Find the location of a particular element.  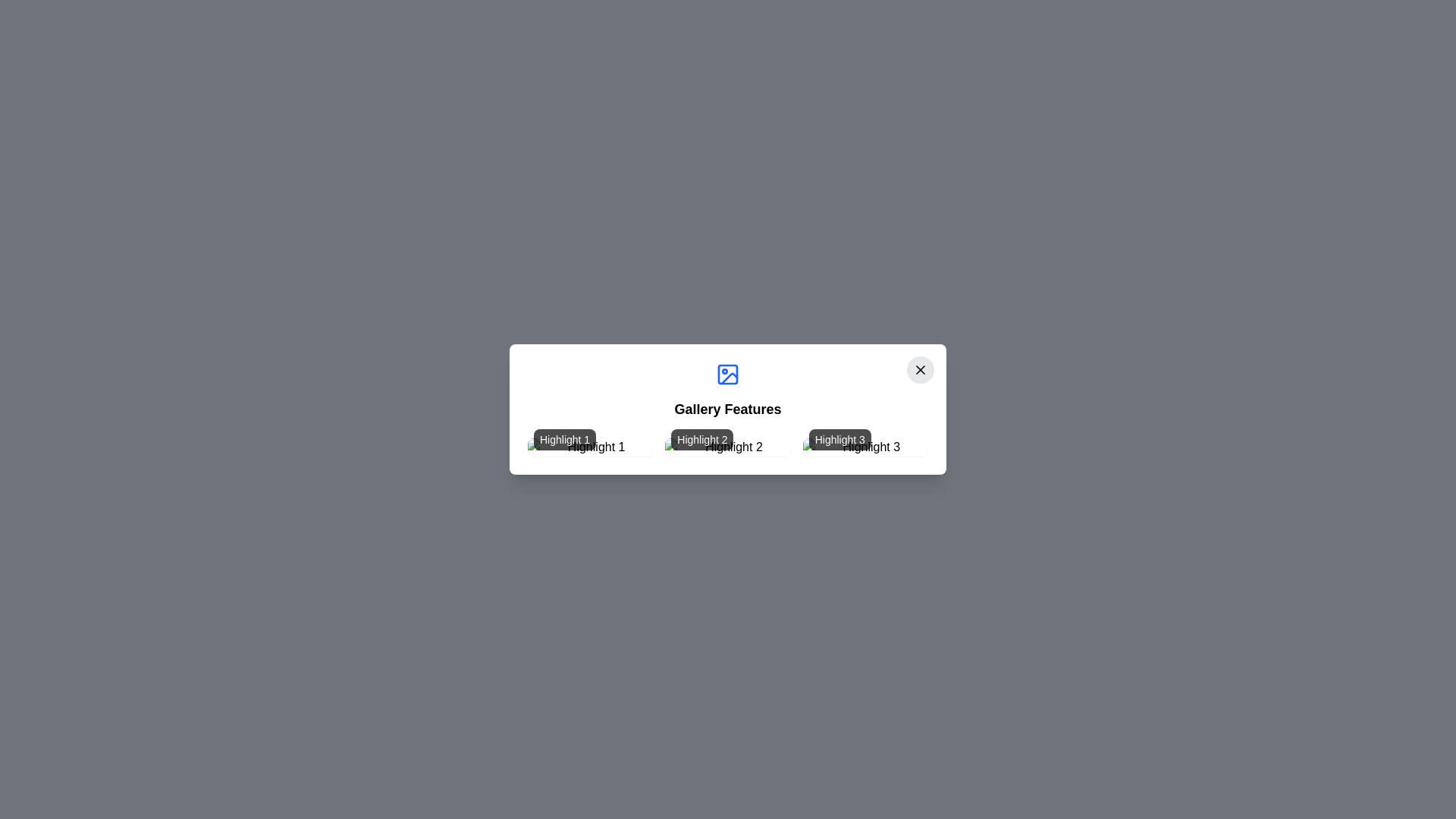

the image labeled Highlight 2 to view its details is located at coordinates (728, 447).